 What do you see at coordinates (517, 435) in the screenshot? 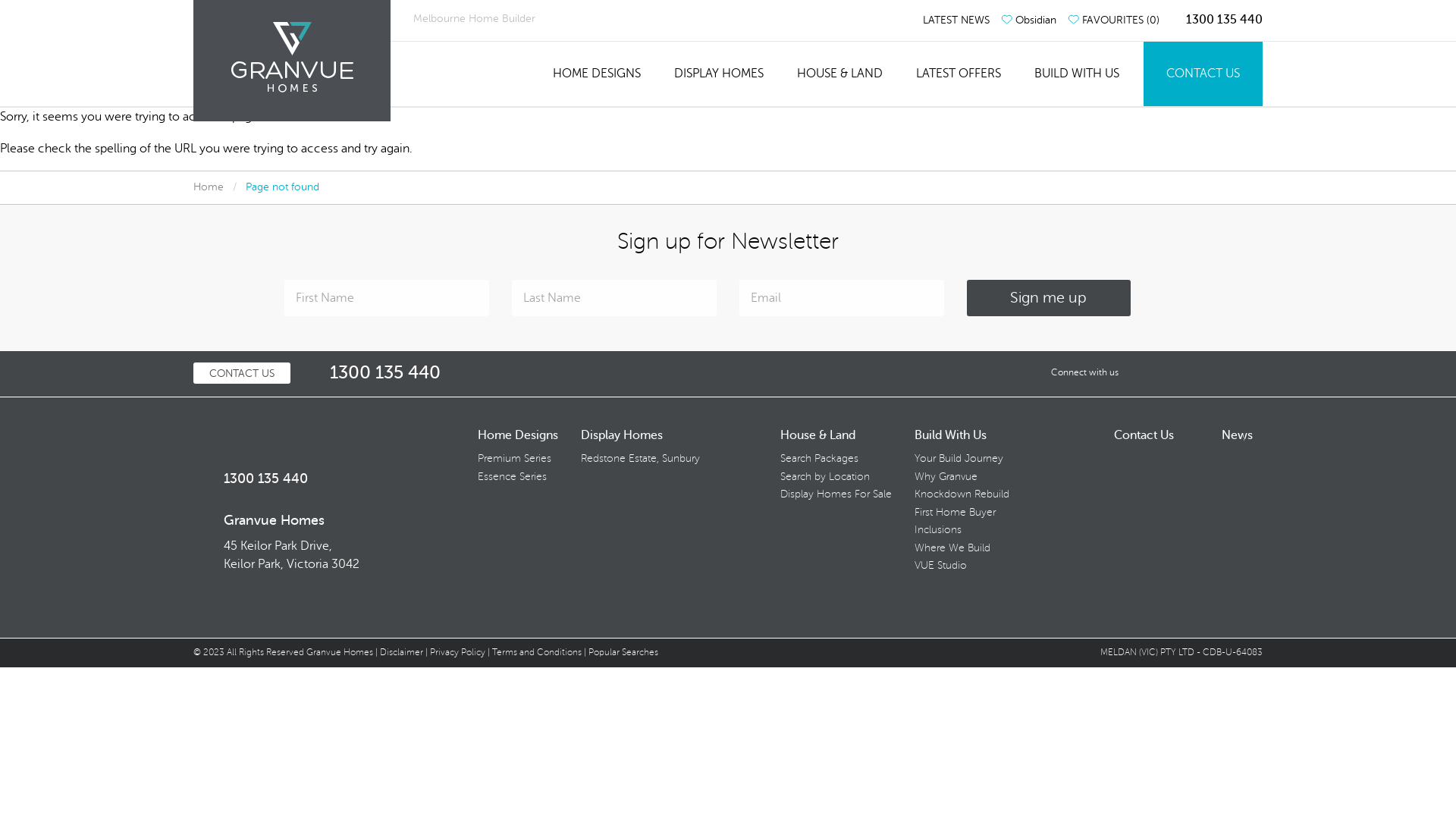
I see `'Home Designs'` at bounding box center [517, 435].